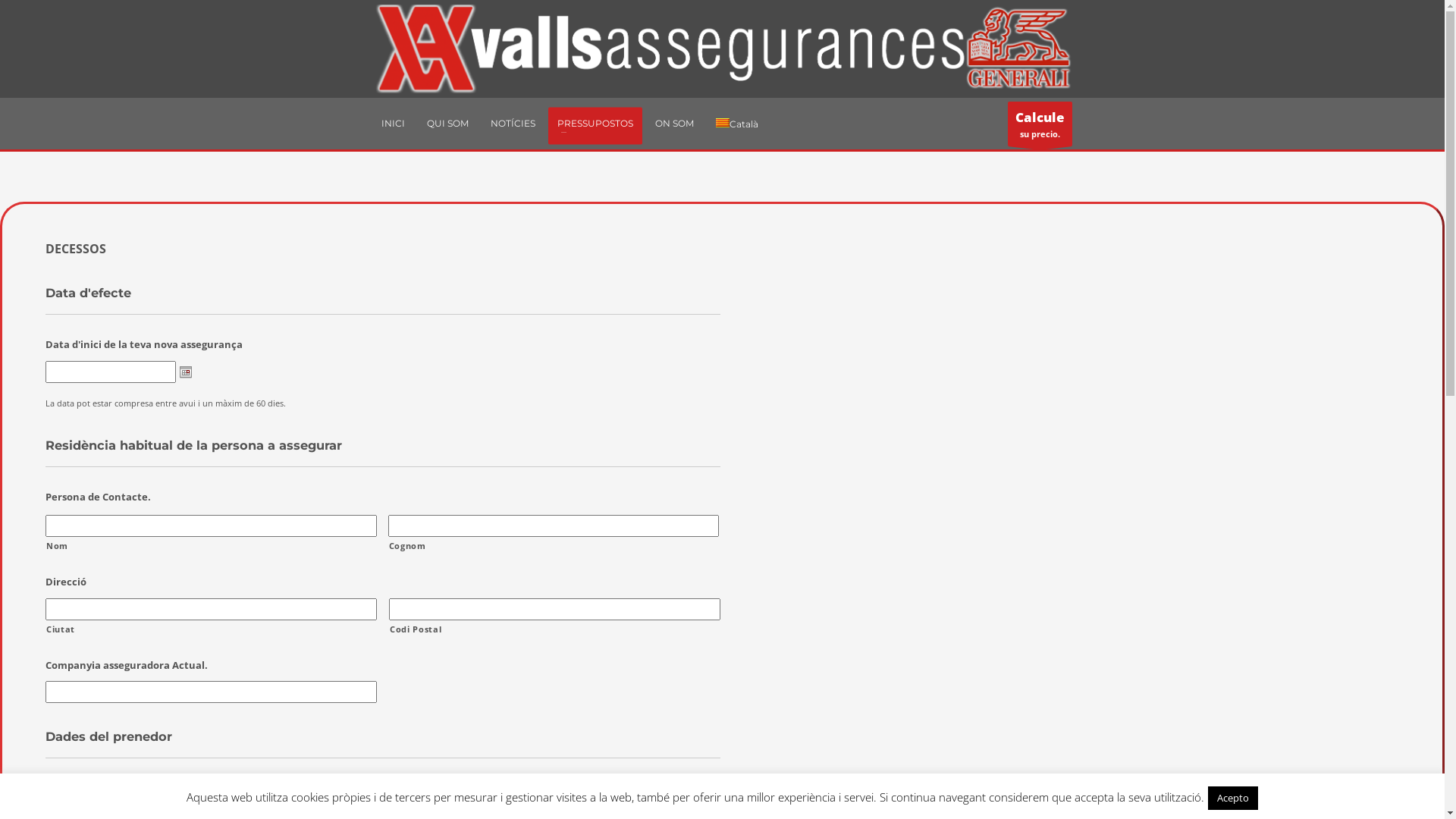 This screenshot has width=1456, height=819. Describe the element at coordinates (418, 122) in the screenshot. I see `'QUI SOM'` at that location.